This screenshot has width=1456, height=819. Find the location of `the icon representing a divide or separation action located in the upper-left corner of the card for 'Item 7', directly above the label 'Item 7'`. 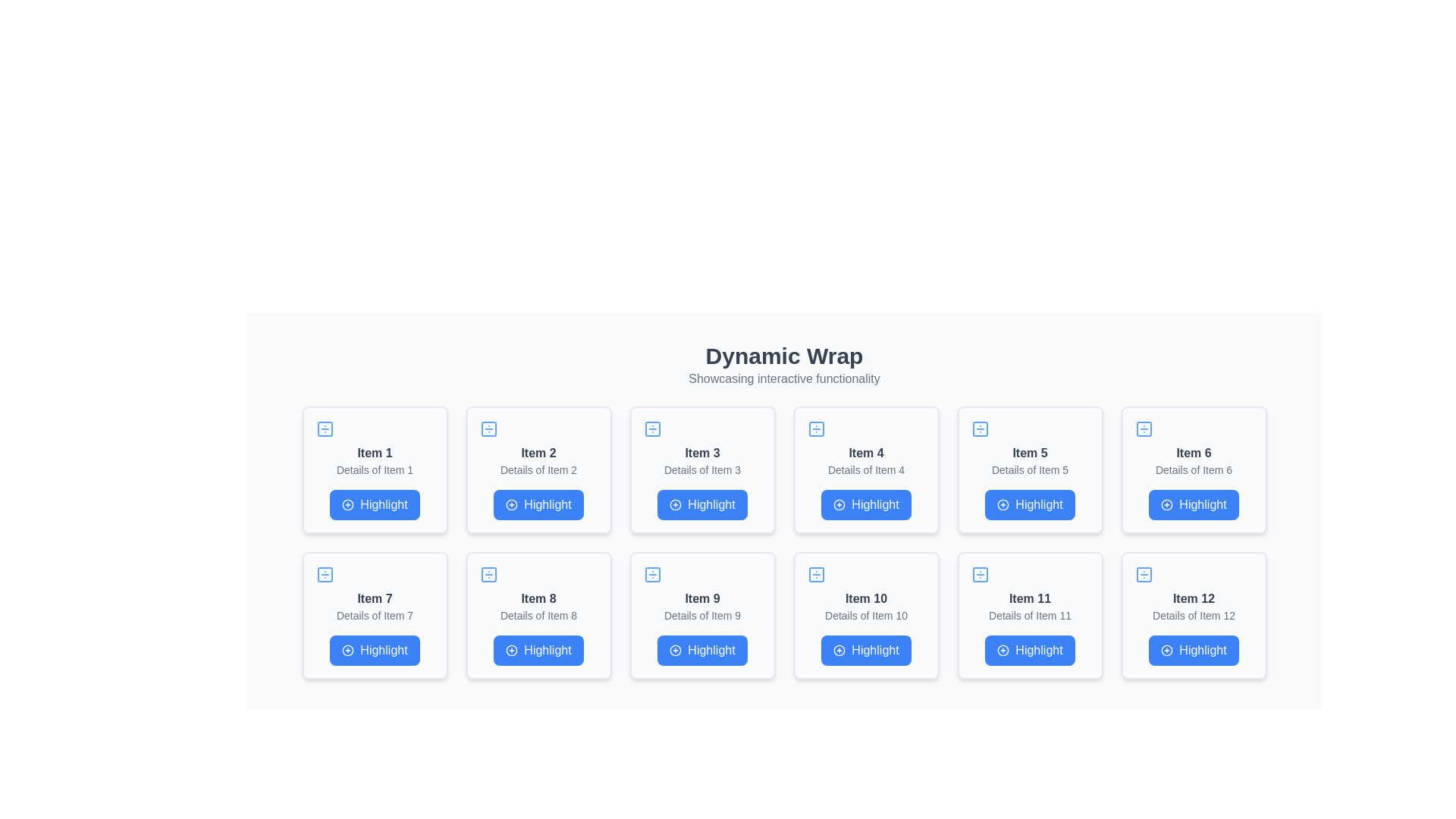

the icon representing a divide or separation action located in the upper-left corner of the card for 'Item 7', directly above the label 'Item 7' is located at coordinates (324, 575).